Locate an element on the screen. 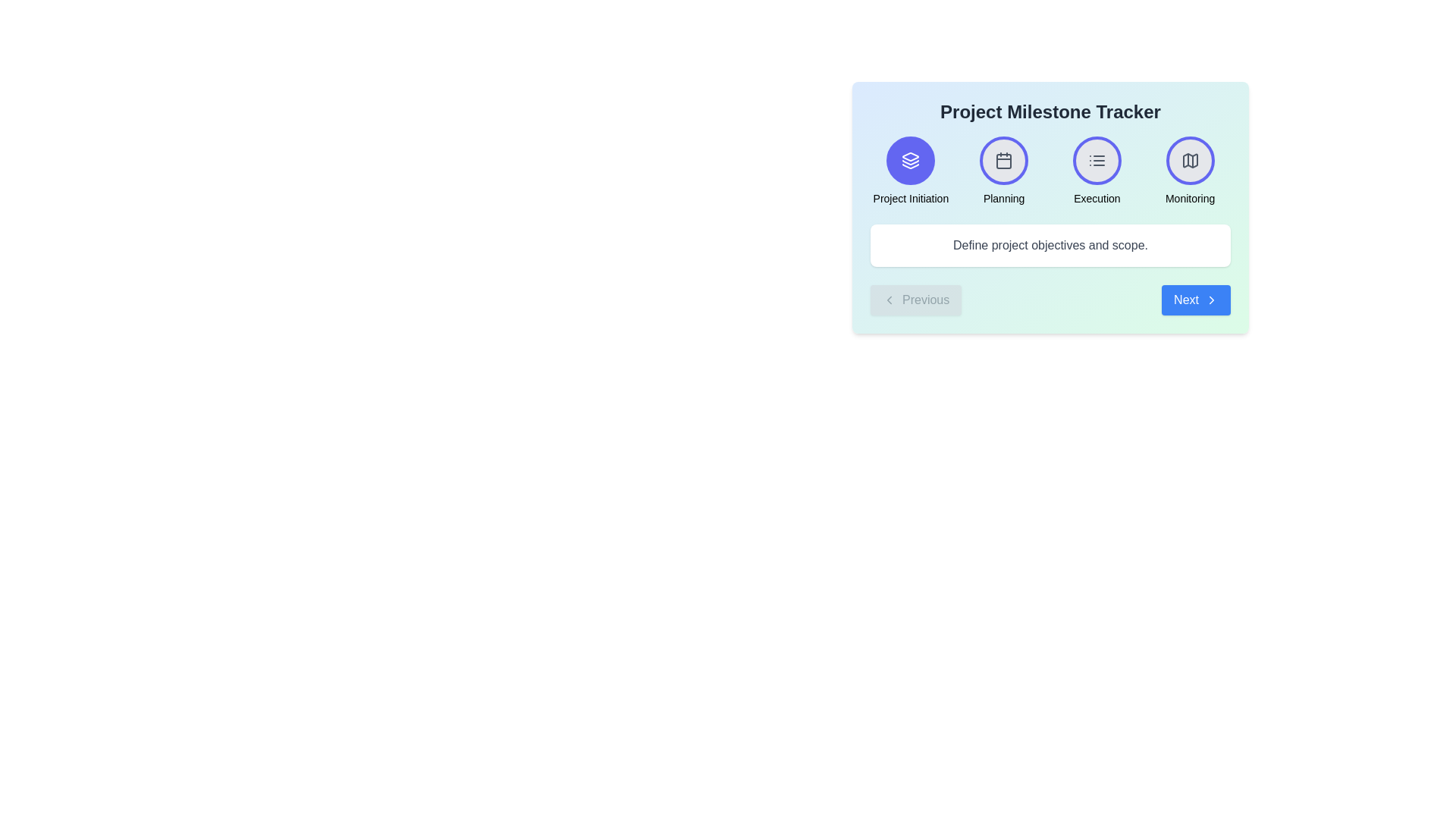 This screenshot has height=819, width=1456. the rightward chevron arrow icon that is part of the 'Next' button, located at the bottom right of the content area is located at coordinates (1211, 300).